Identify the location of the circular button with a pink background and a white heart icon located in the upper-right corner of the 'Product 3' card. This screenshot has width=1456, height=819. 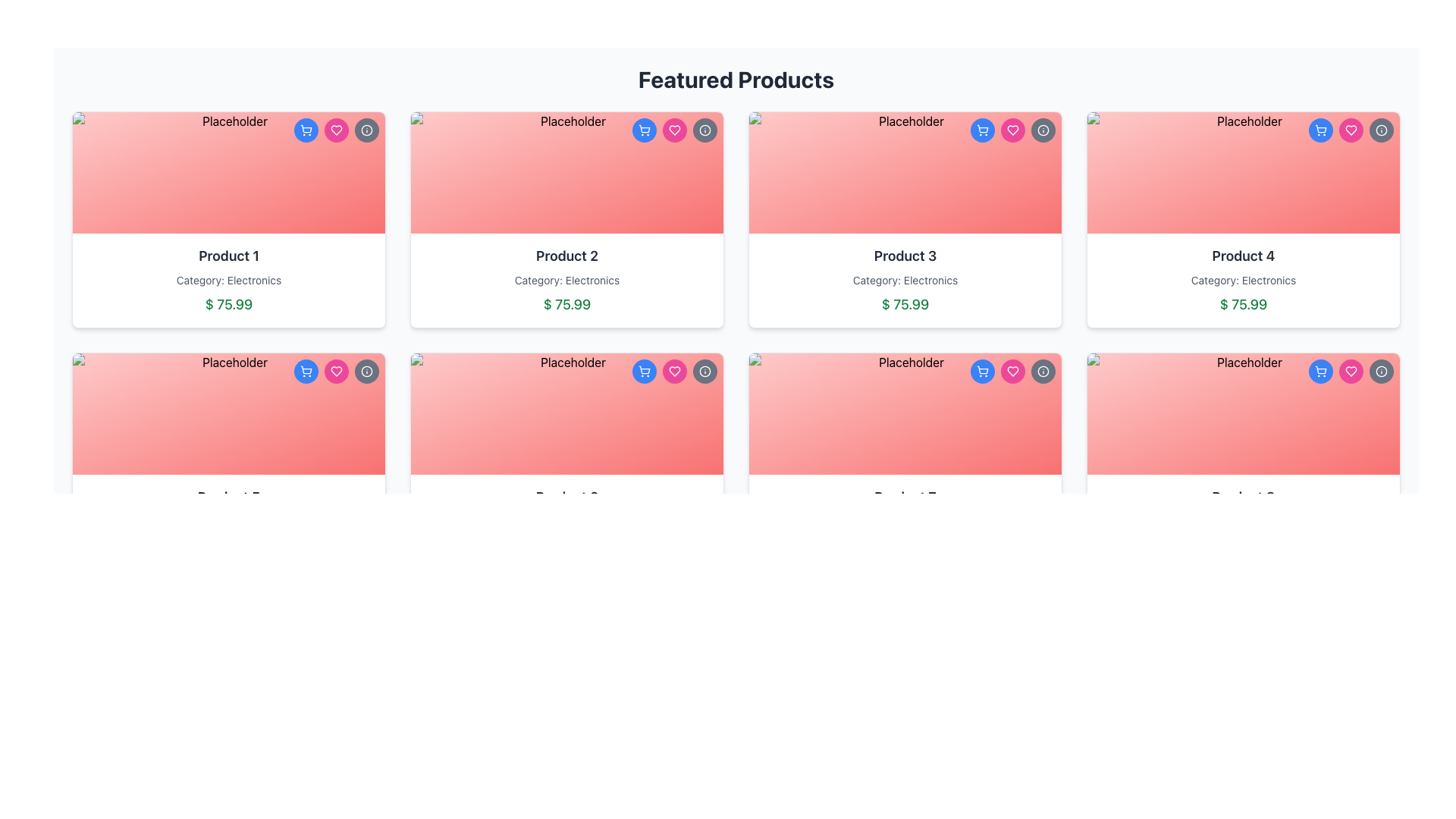
(1012, 130).